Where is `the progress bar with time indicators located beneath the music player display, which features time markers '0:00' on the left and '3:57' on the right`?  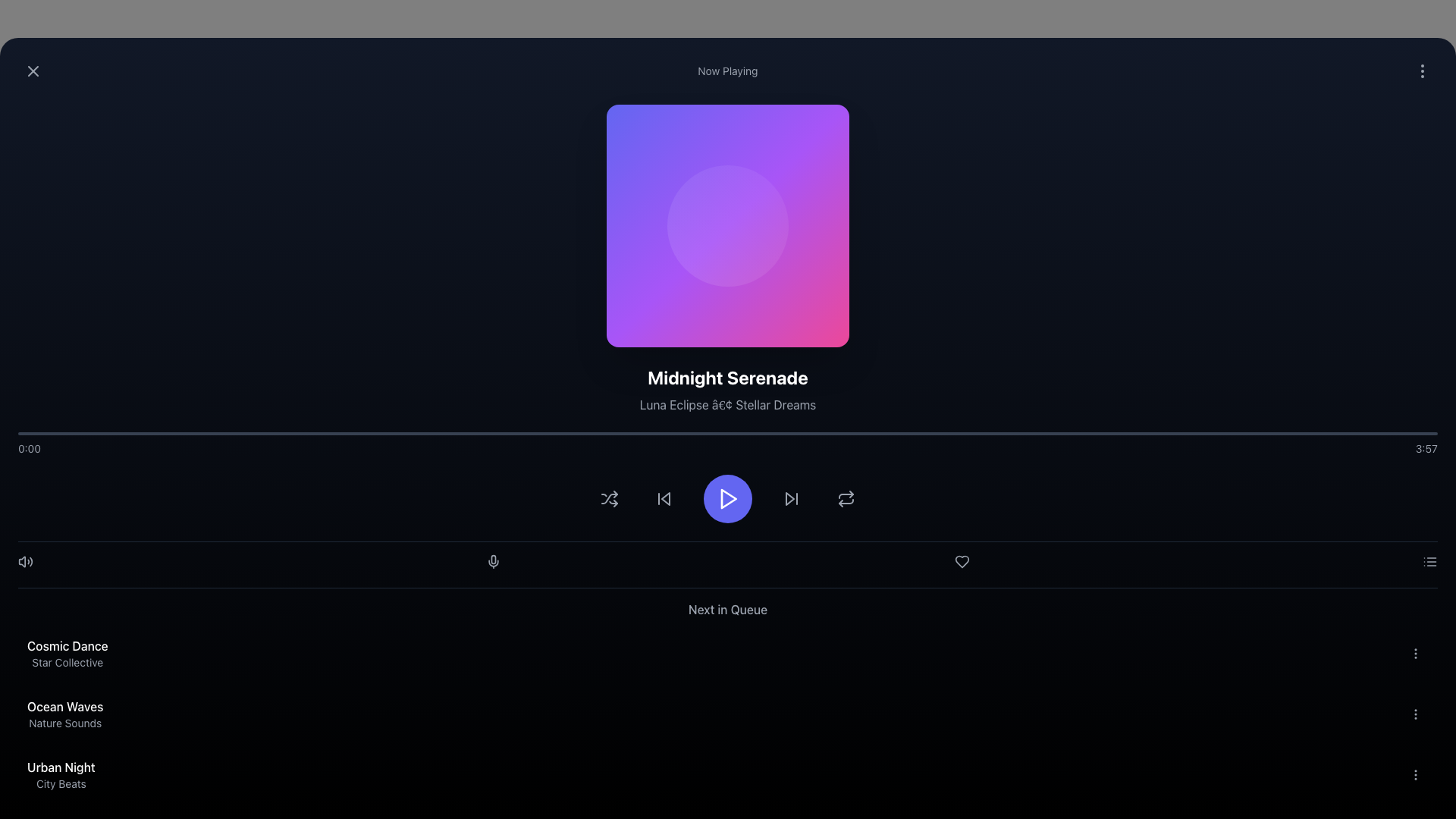
the progress bar with time indicators located beneath the music player display, which features time markers '0:00' on the left and '3:57' on the right is located at coordinates (728, 444).